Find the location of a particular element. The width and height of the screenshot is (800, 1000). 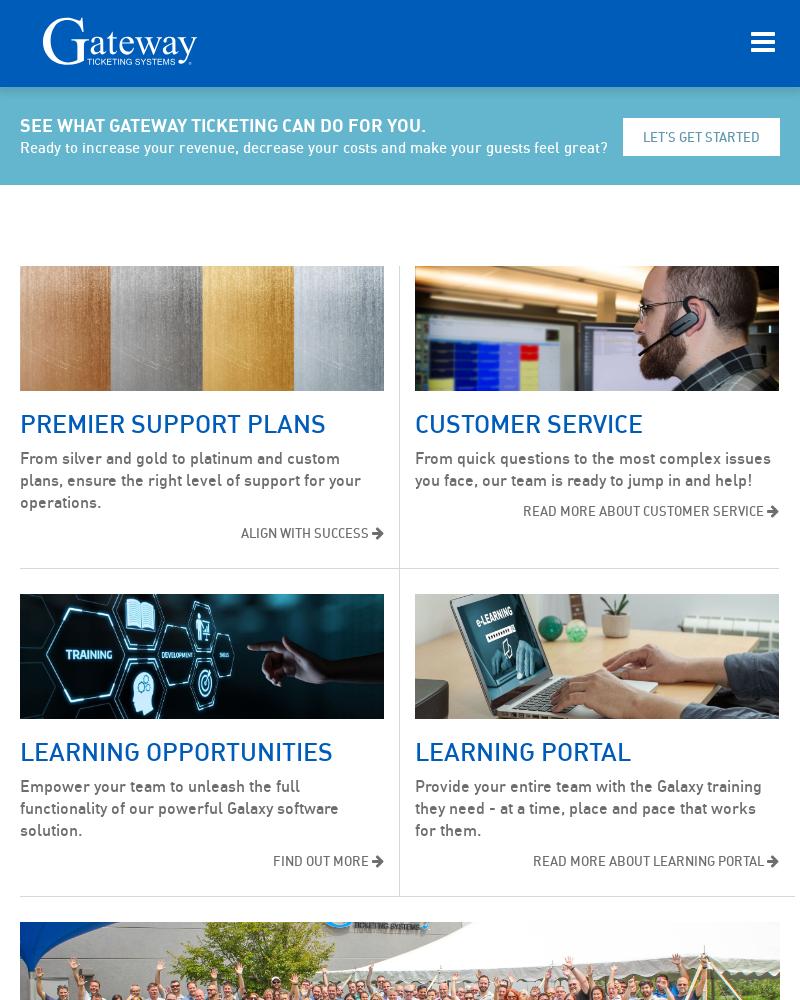

'Find out more' is located at coordinates (320, 860).